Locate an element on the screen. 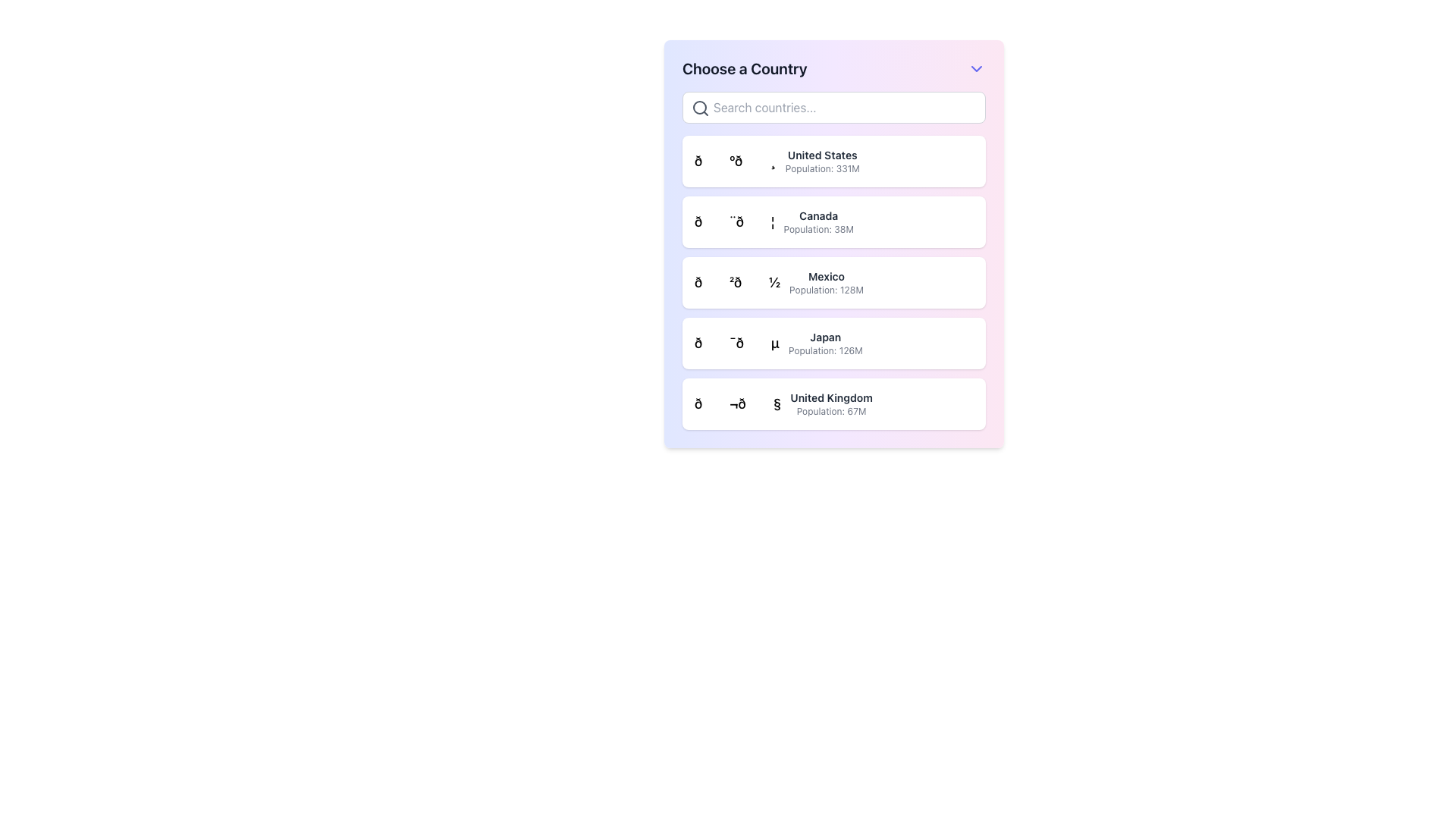  the first country tile in the 'Choose a Country' interface, which displays 'United States' and an emoji flag is located at coordinates (833, 161).